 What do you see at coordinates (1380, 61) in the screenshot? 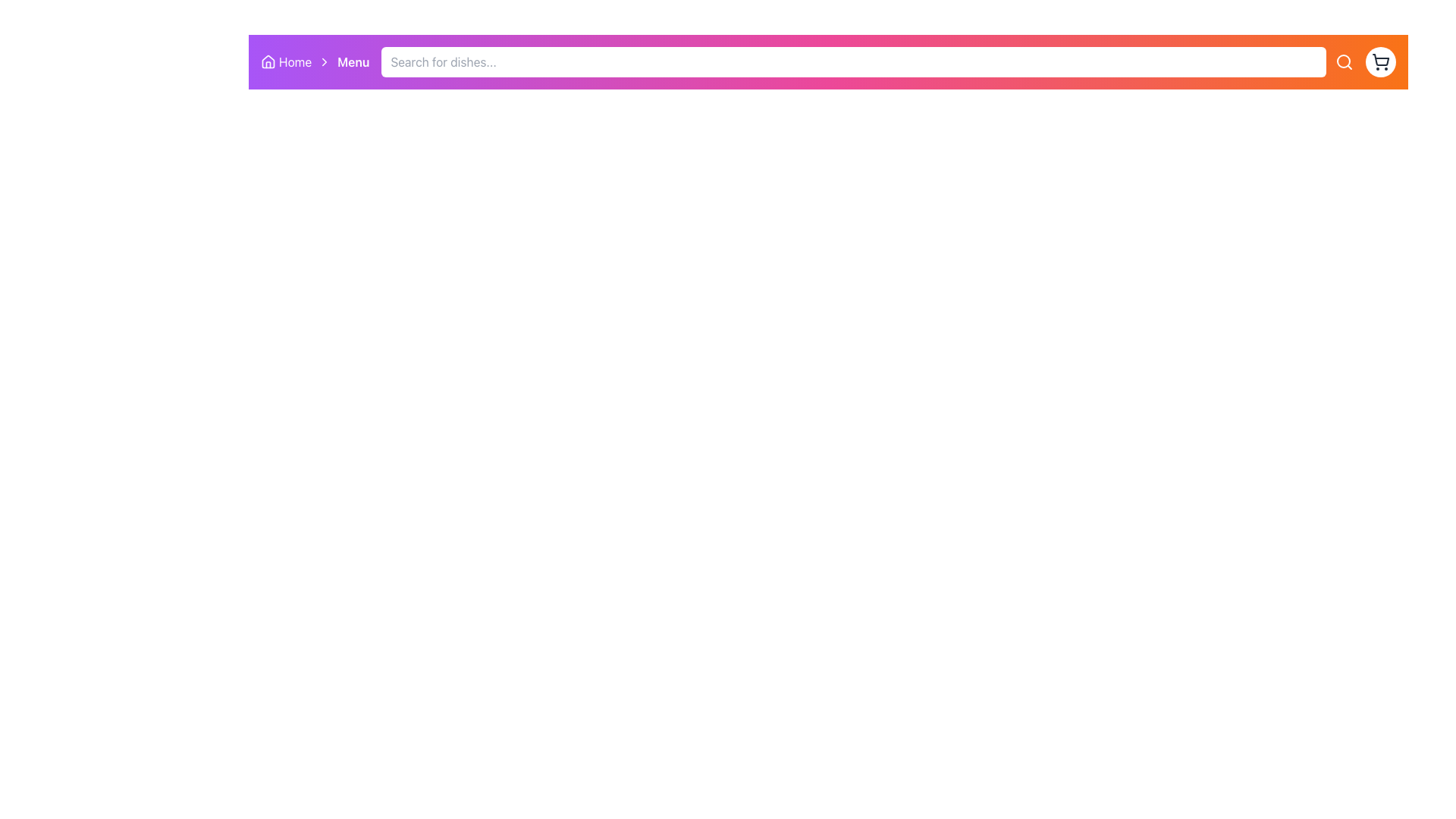
I see `the circular button with a shopping cart icon located at the top-right corner of the interface` at bounding box center [1380, 61].